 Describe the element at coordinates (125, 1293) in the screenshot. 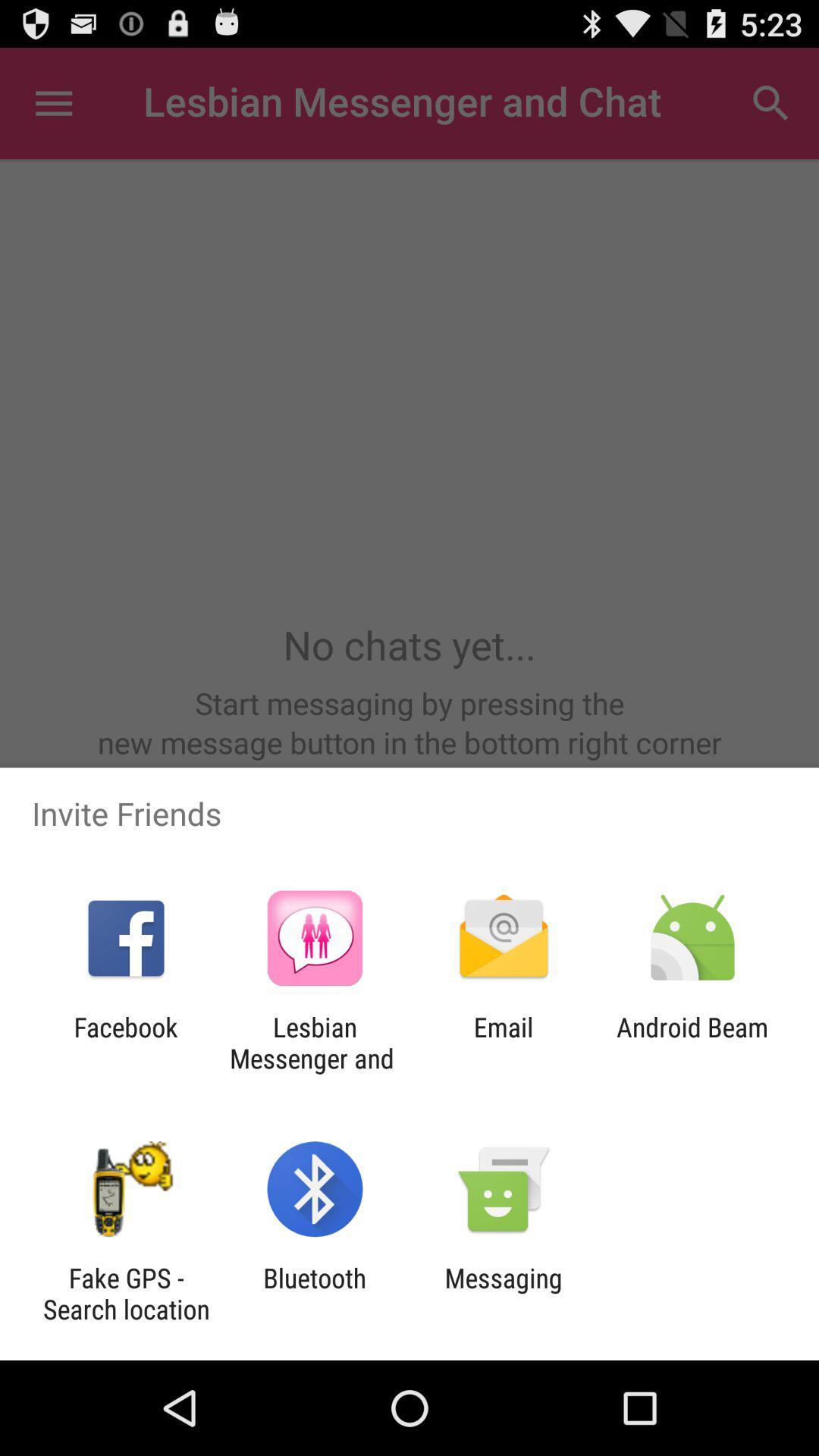

I see `fake gps search app` at that location.